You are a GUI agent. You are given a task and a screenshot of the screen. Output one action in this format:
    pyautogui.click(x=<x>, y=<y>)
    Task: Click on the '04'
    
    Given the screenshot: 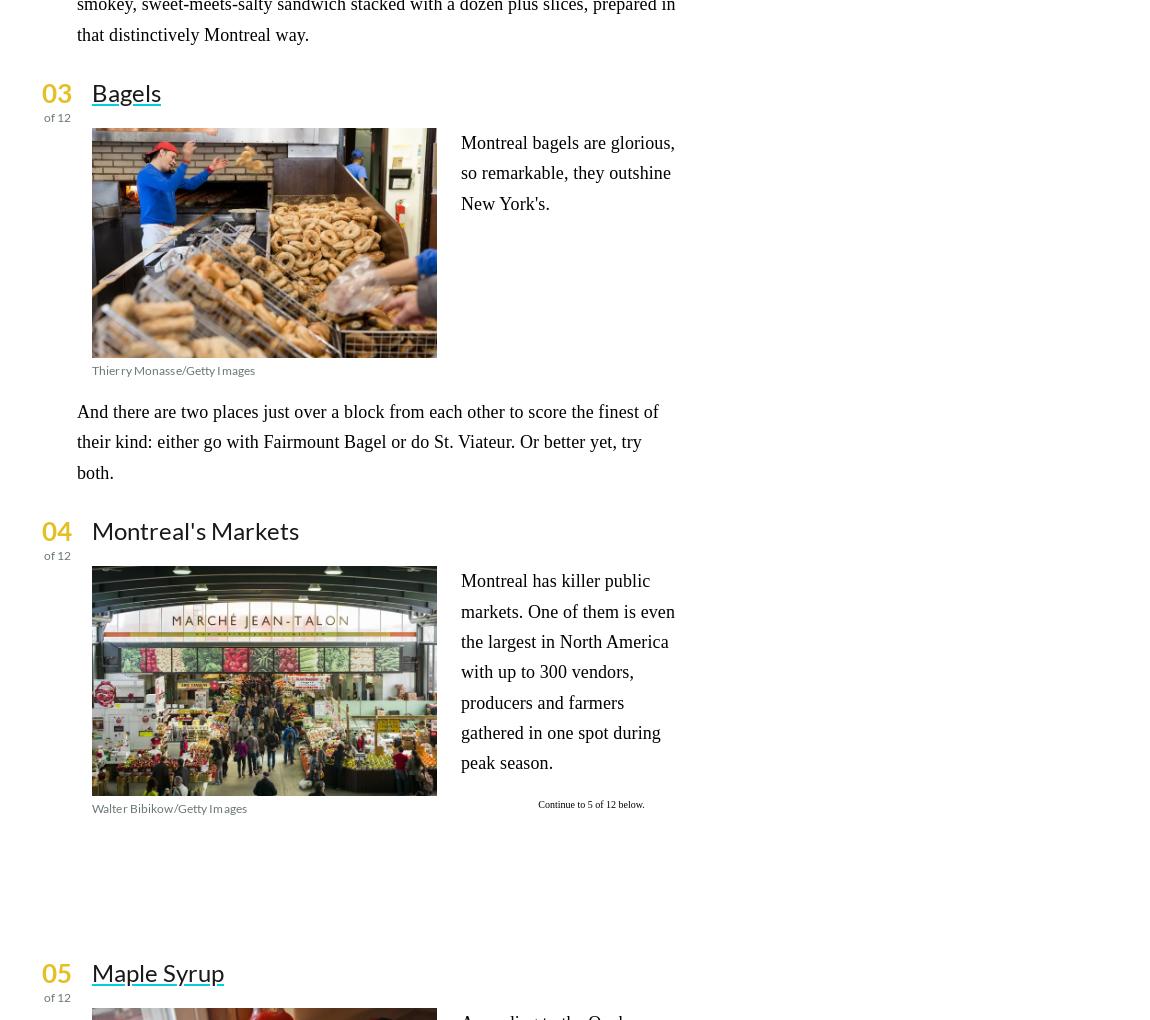 What is the action you would take?
    pyautogui.click(x=40, y=530)
    